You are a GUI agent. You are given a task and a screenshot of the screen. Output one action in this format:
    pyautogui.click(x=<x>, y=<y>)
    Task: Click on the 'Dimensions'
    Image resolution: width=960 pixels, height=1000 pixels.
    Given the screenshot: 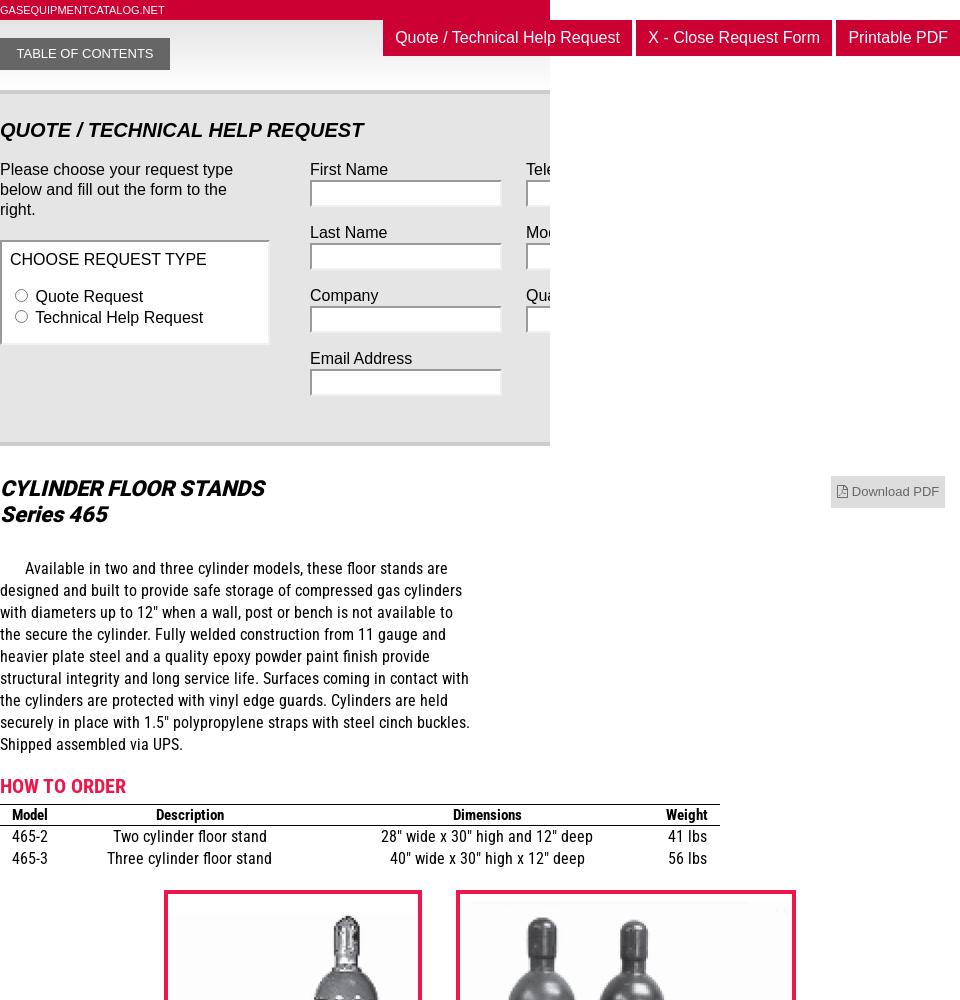 What is the action you would take?
    pyautogui.click(x=451, y=814)
    